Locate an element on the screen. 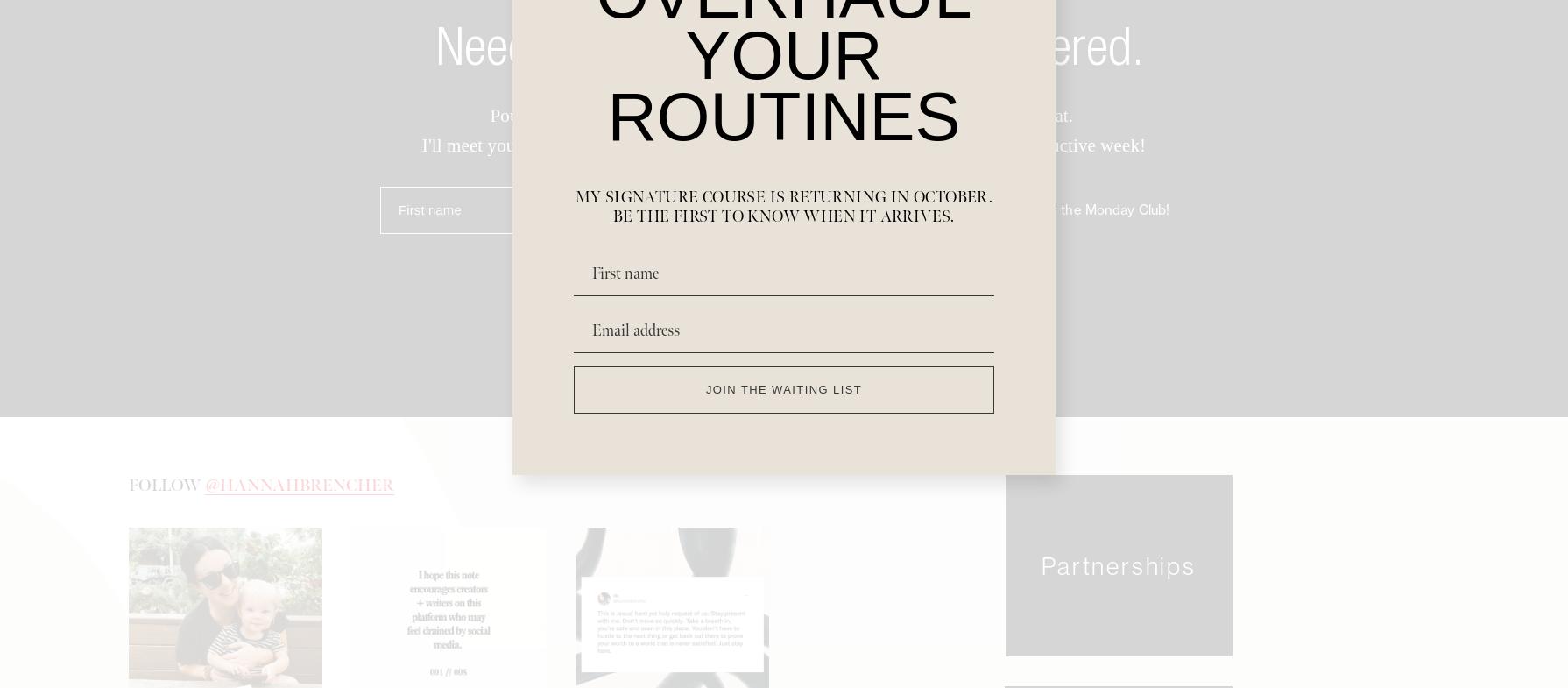 Image resolution: width=1568 pixels, height=688 pixels. 'Blog' is located at coordinates (657, 575).